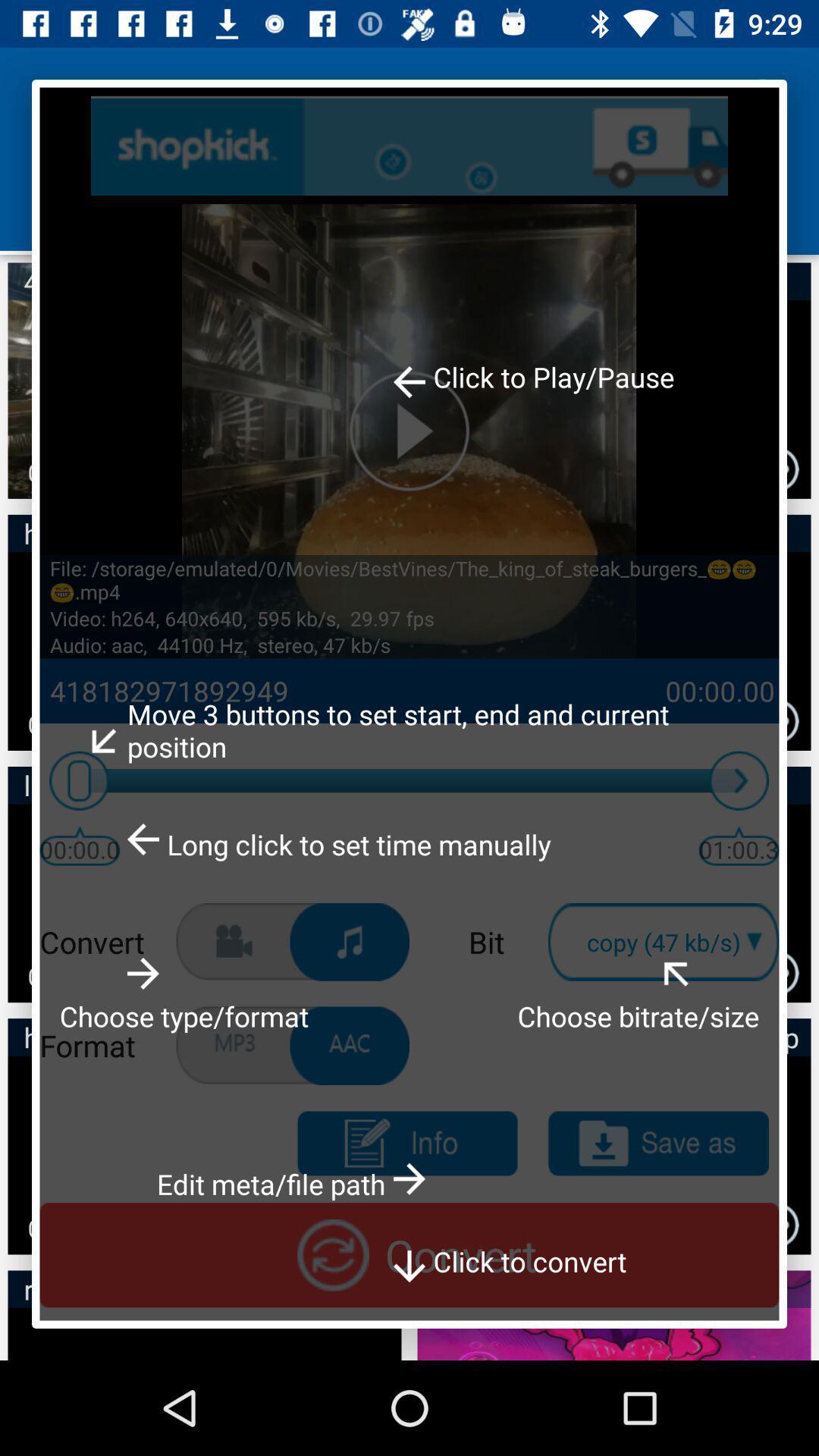  What do you see at coordinates (406, 1144) in the screenshot?
I see `editing button` at bounding box center [406, 1144].